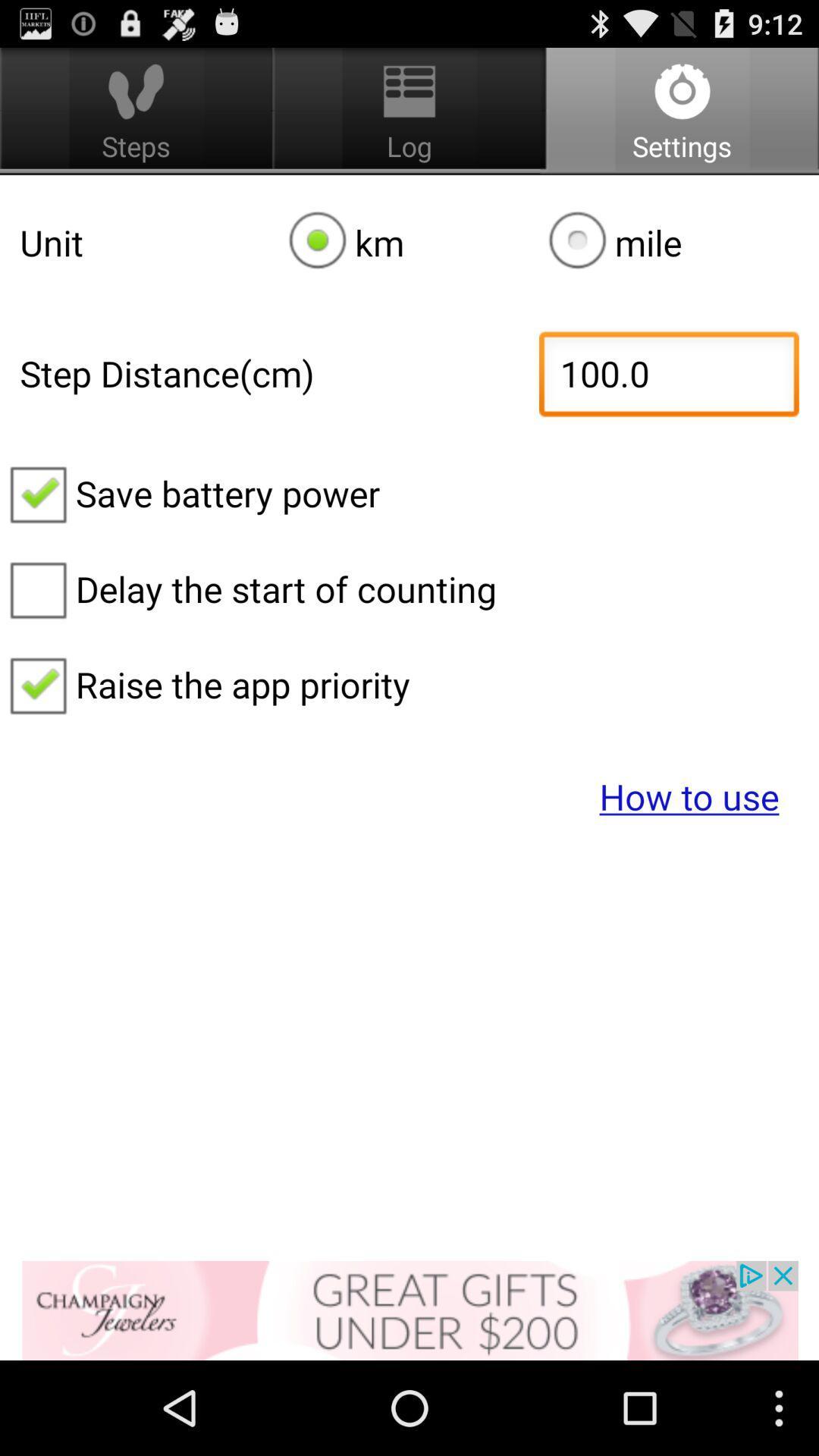 This screenshot has width=819, height=1456. I want to click on advertisement banner would take off site, so click(409, 1310).